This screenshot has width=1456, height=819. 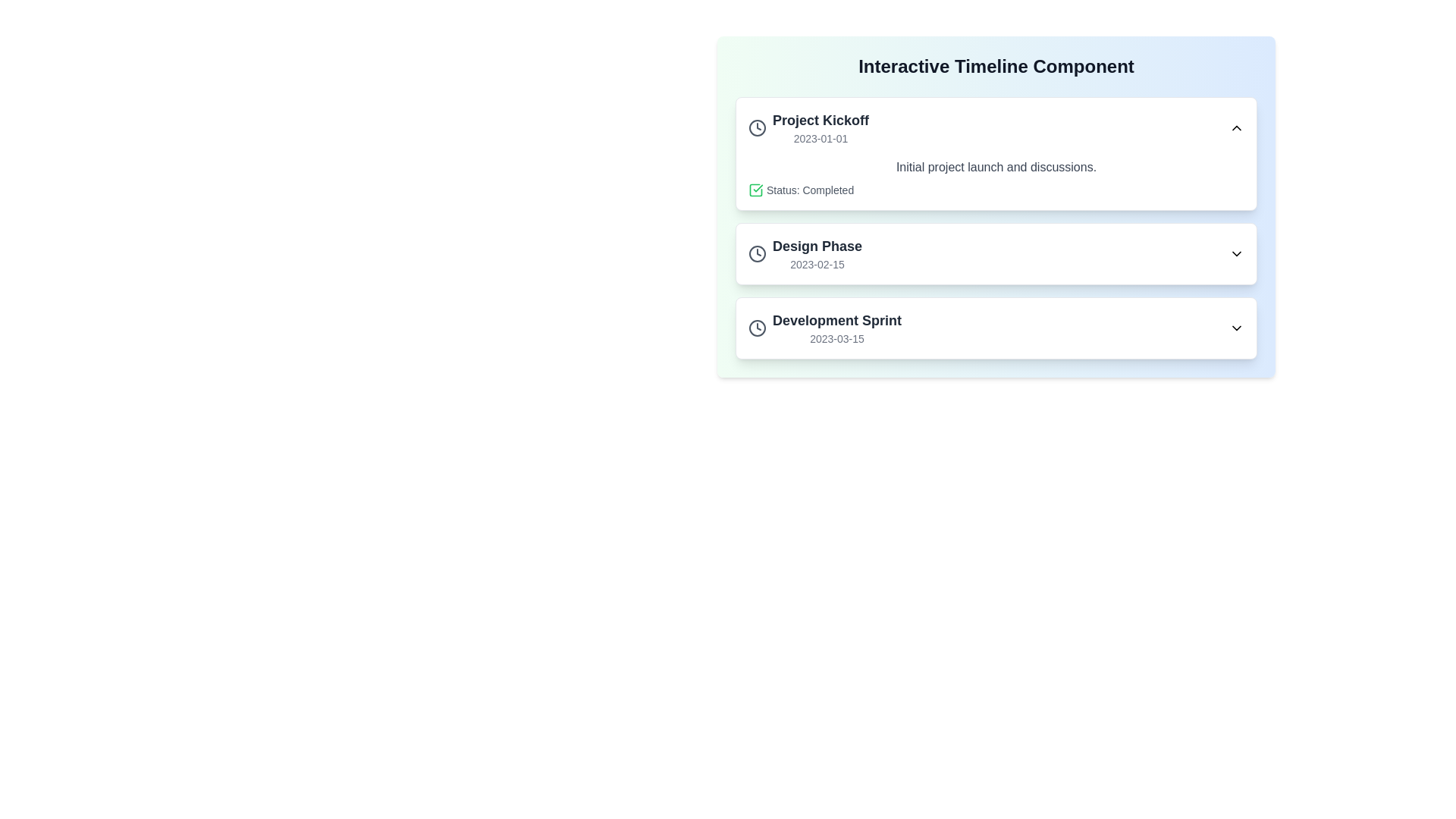 I want to click on the icon that indicates the task or milestone is marked as completed, located to the left of the text 'Status: Completed' in the timeline component, so click(x=756, y=189).